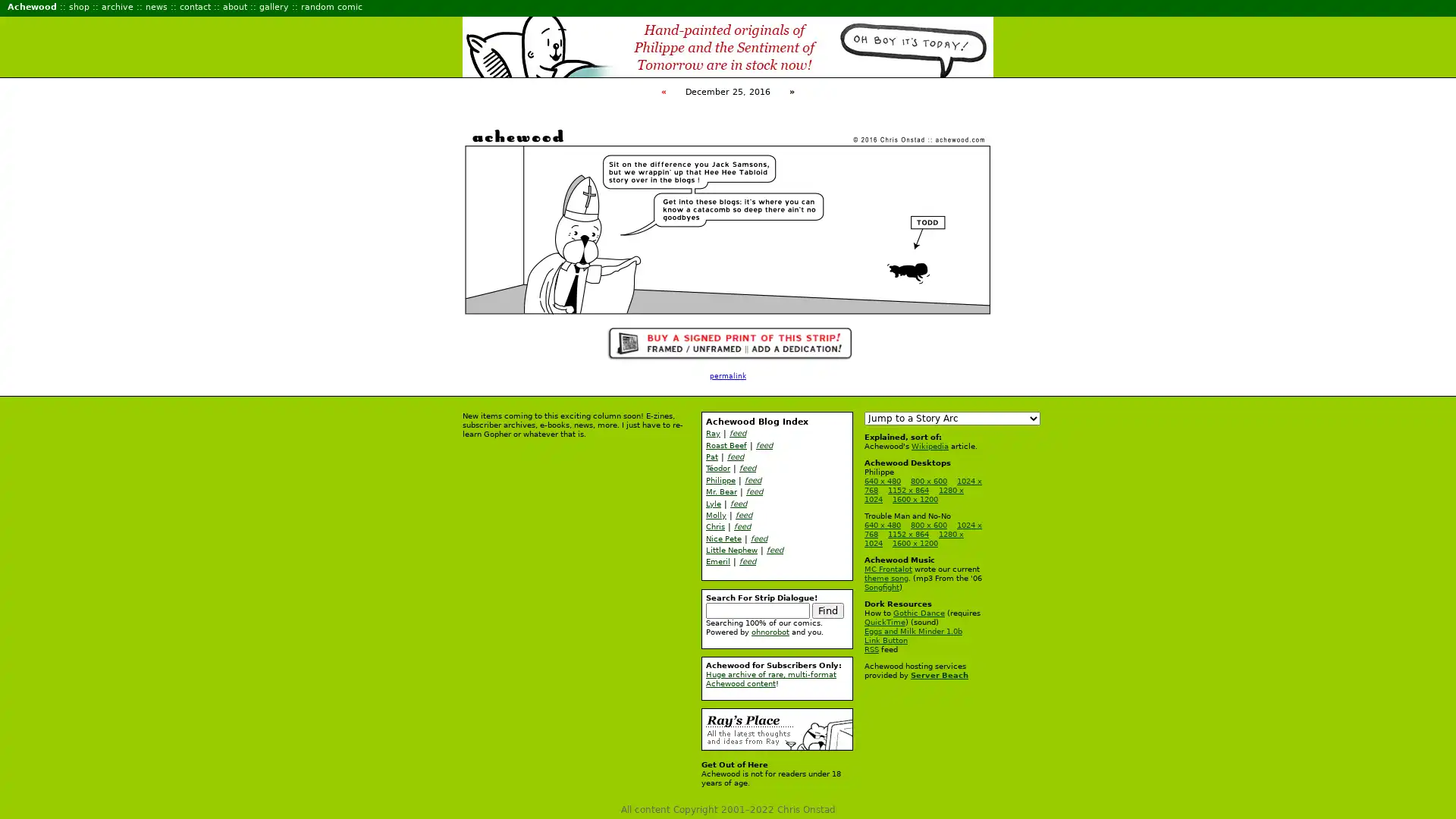 The width and height of the screenshot is (1456, 819). What do you see at coordinates (827, 609) in the screenshot?
I see `Find` at bounding box center [827, 609].